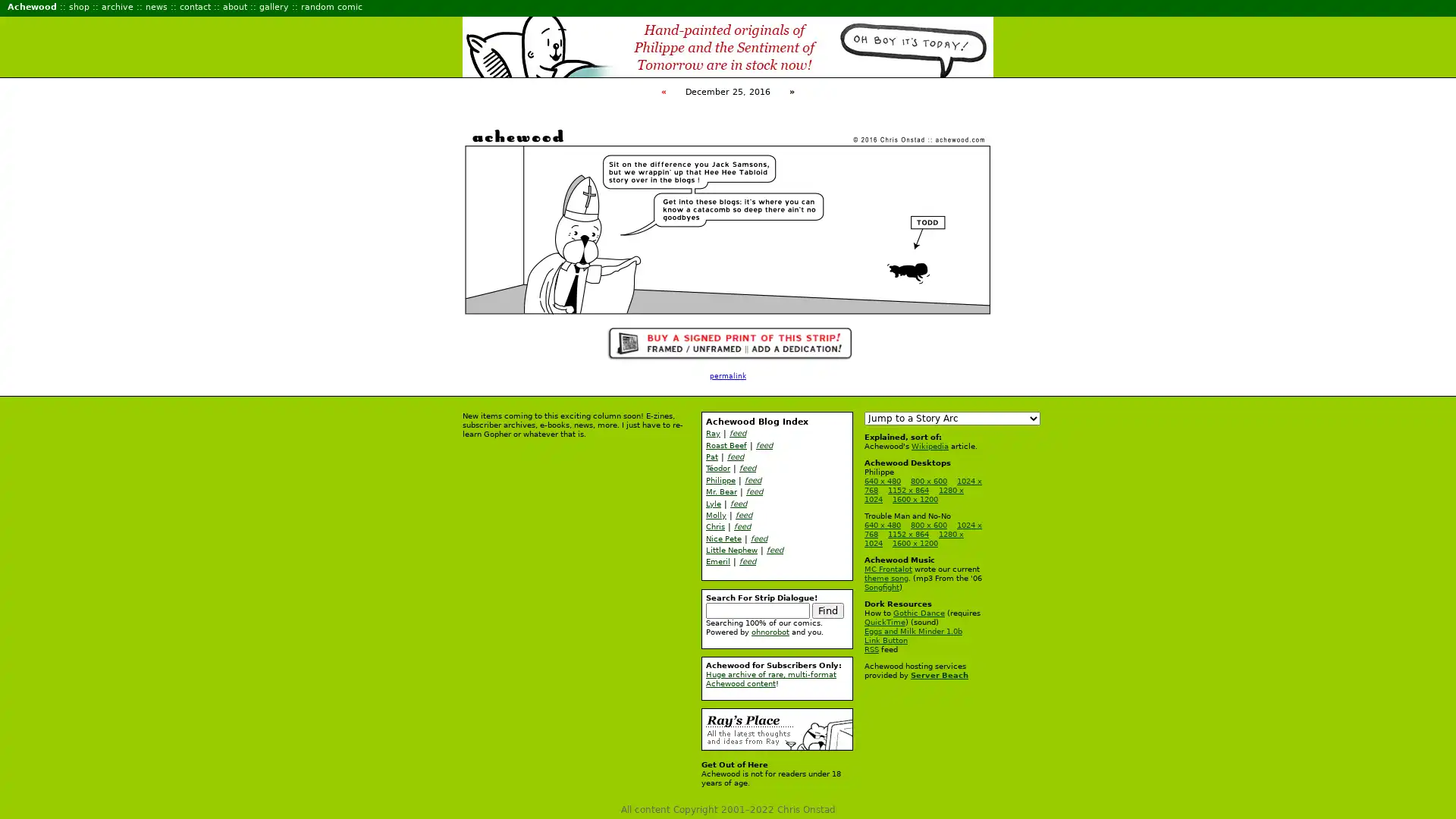 The width and height of the screenshot is (1456, 819). What do you see at coordinates (827, 609) in the screenshot?
I see `Find` at bounding box center [827, 609].